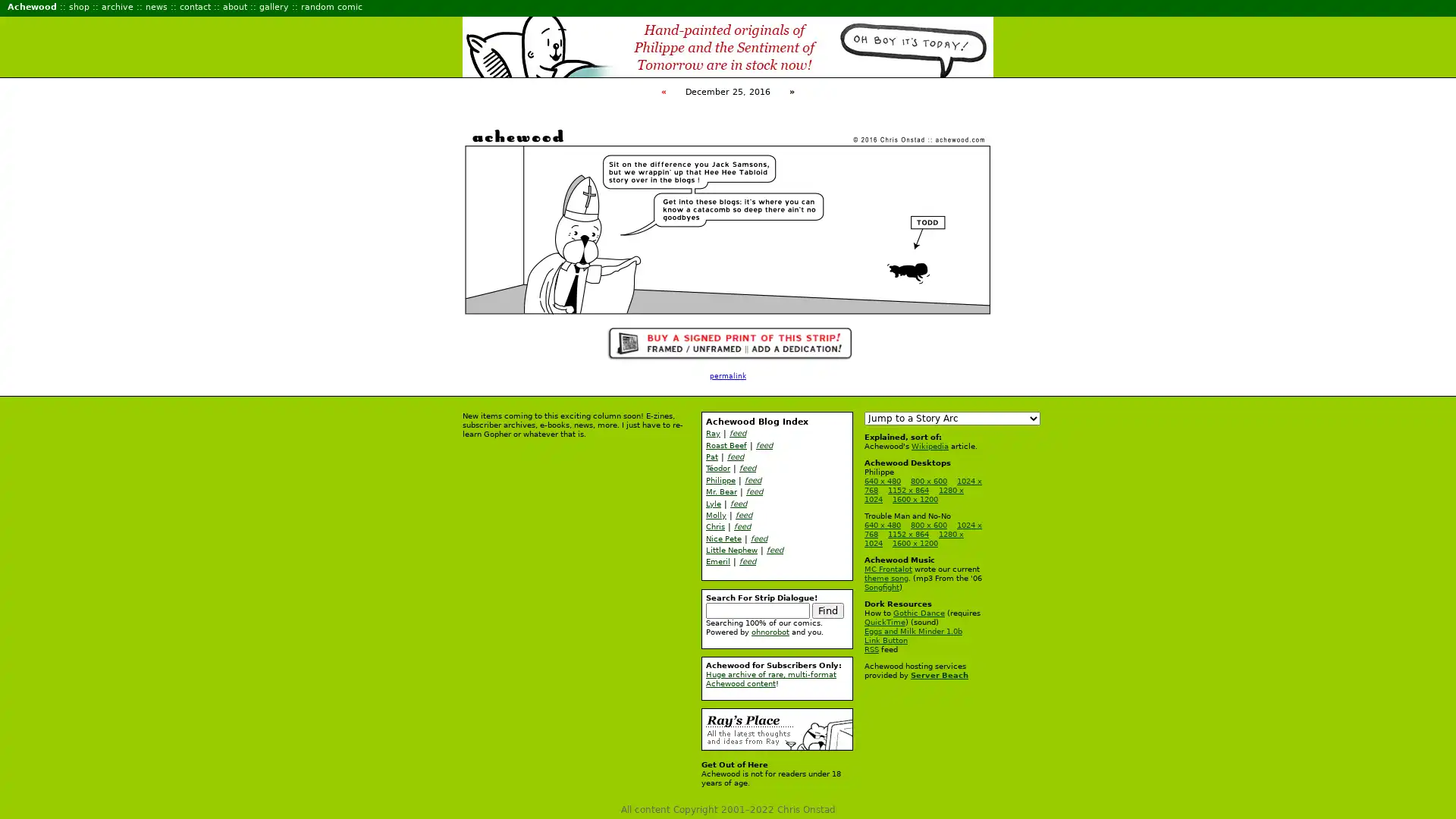 The width and height of the screenshot is (1456, 819). What do you see at coordinates (827, 609) in the screenshot?
I see `Find` at bounding box center [827, 609].